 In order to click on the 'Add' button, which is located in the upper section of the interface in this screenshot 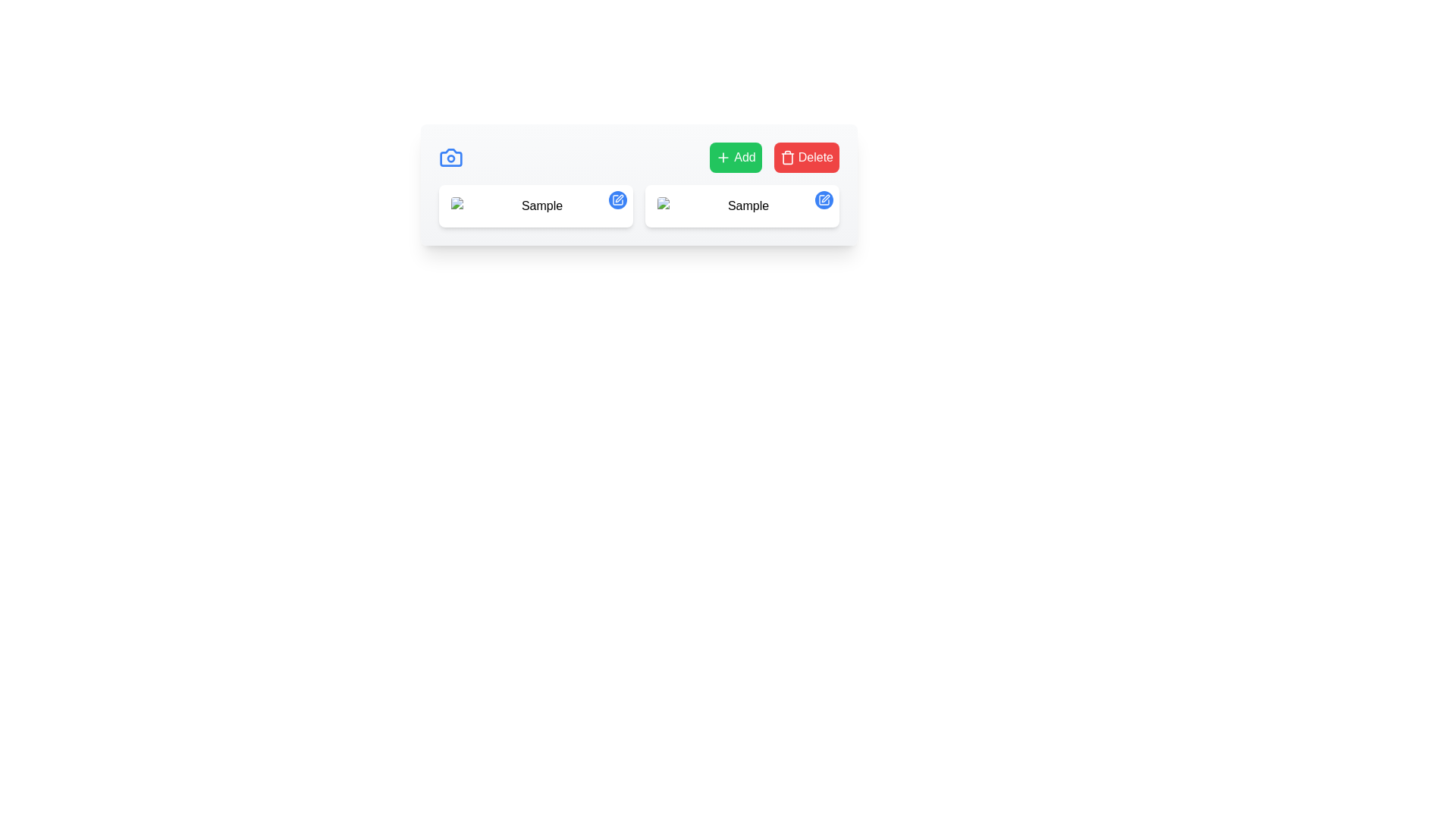, I will do `click(736, 158)`.